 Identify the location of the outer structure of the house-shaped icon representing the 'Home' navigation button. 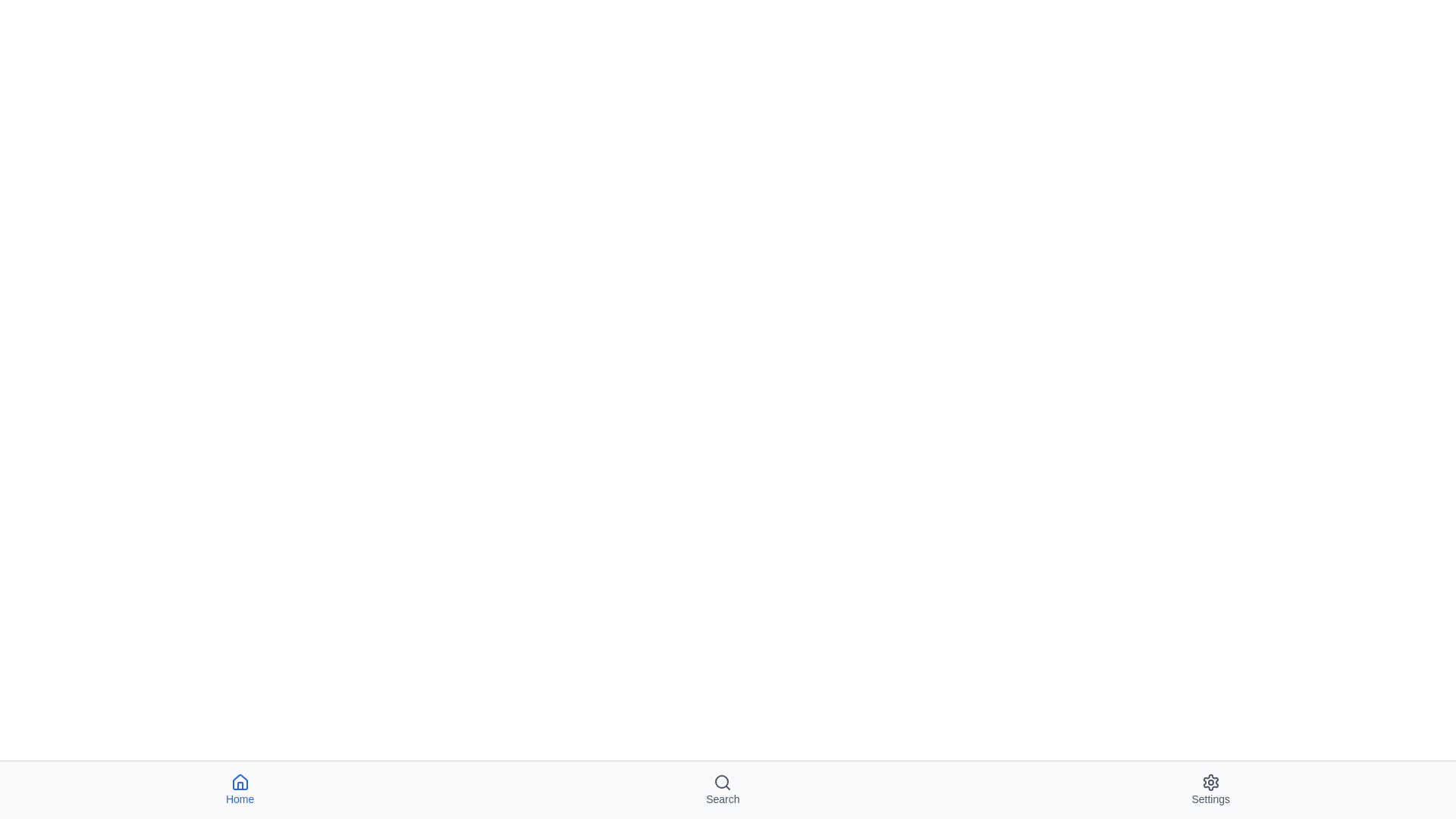
(239, 782).